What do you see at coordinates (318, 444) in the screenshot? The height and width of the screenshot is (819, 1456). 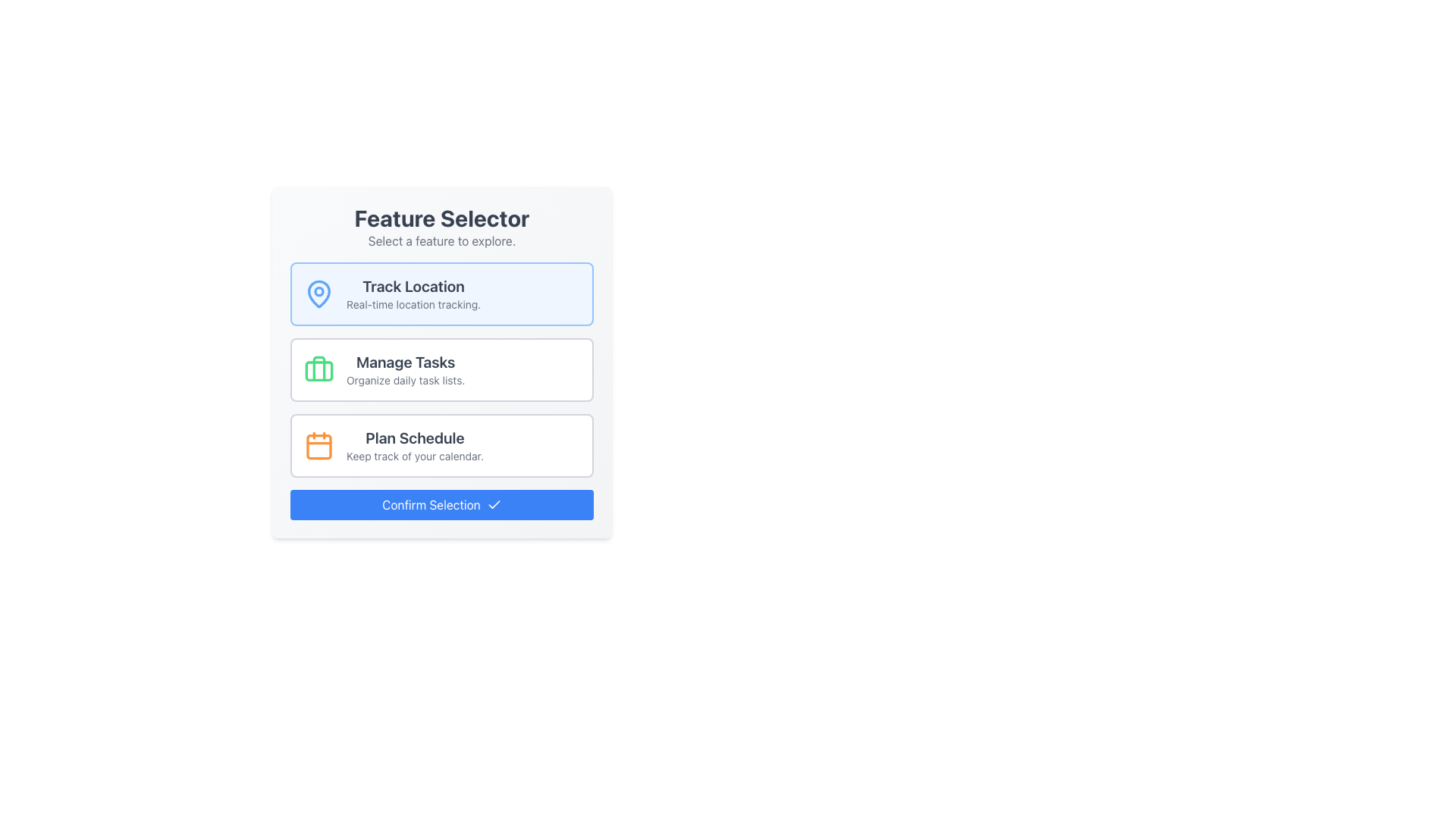 I see `the design of the calendar icon in orange hue, which is part of the 'Plan Schedule' card located at the bottom of the 'Feature Selector' interface` at bounding box center [318, 444].